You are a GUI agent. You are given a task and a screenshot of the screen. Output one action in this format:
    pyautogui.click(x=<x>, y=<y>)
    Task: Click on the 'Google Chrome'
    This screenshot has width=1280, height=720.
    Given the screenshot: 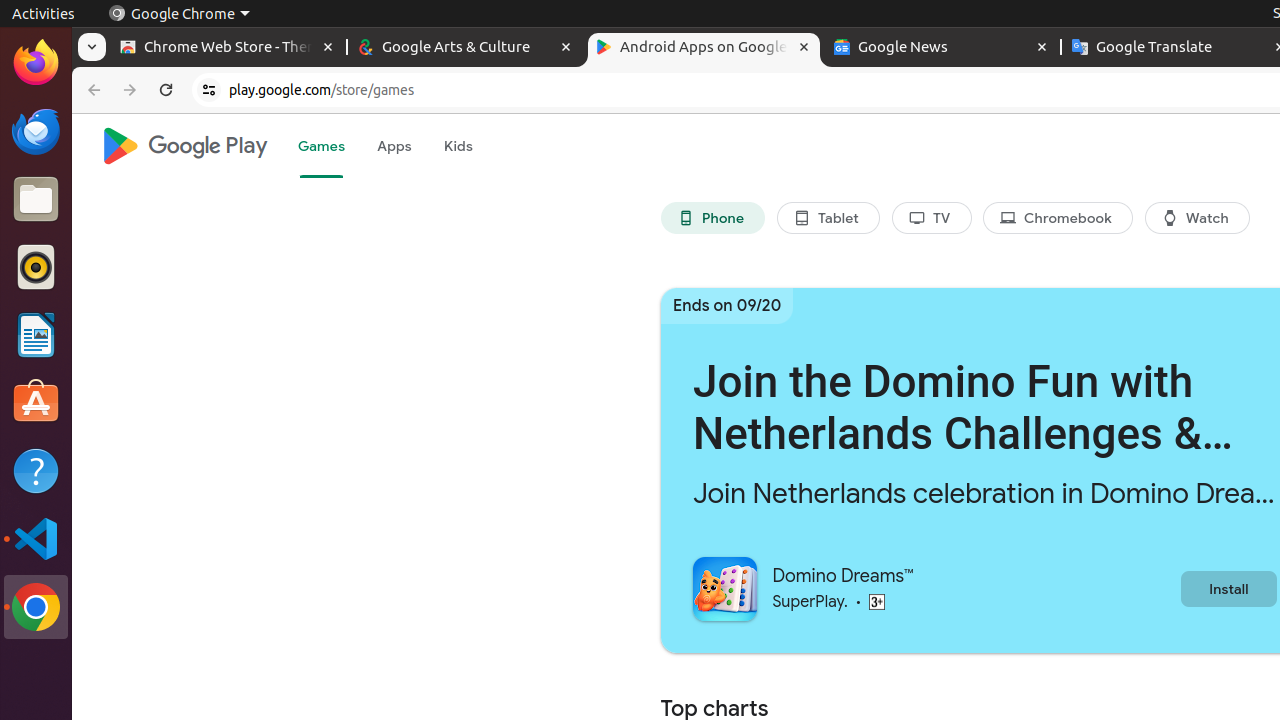 What is the action you would take?
    pyautogui.click(x=178, y=13)
    